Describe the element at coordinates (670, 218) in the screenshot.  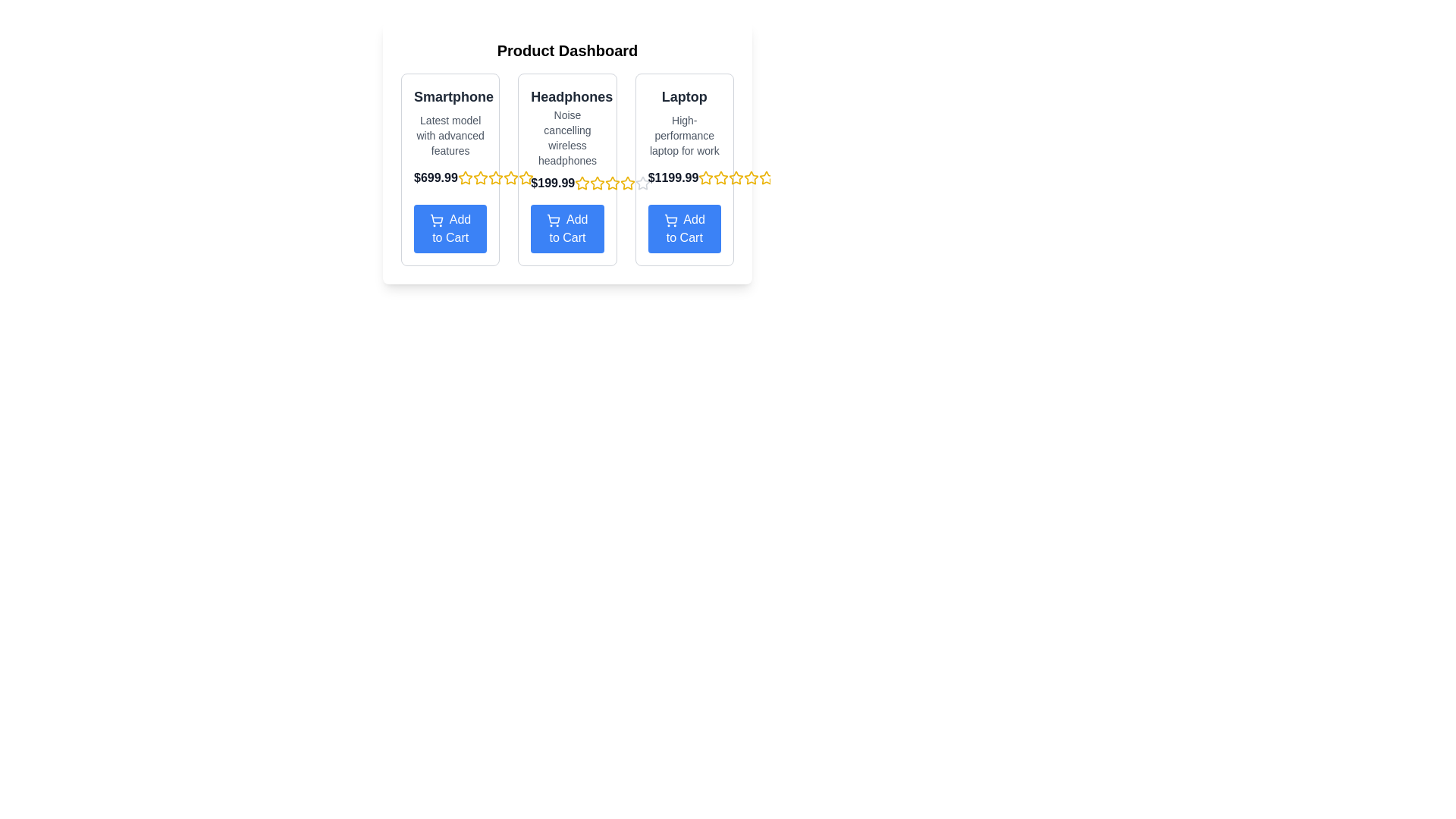
I see `the shopping cart icon within the 'Add to Cart' button located below the third product card titled 'Laptop'` at that location.